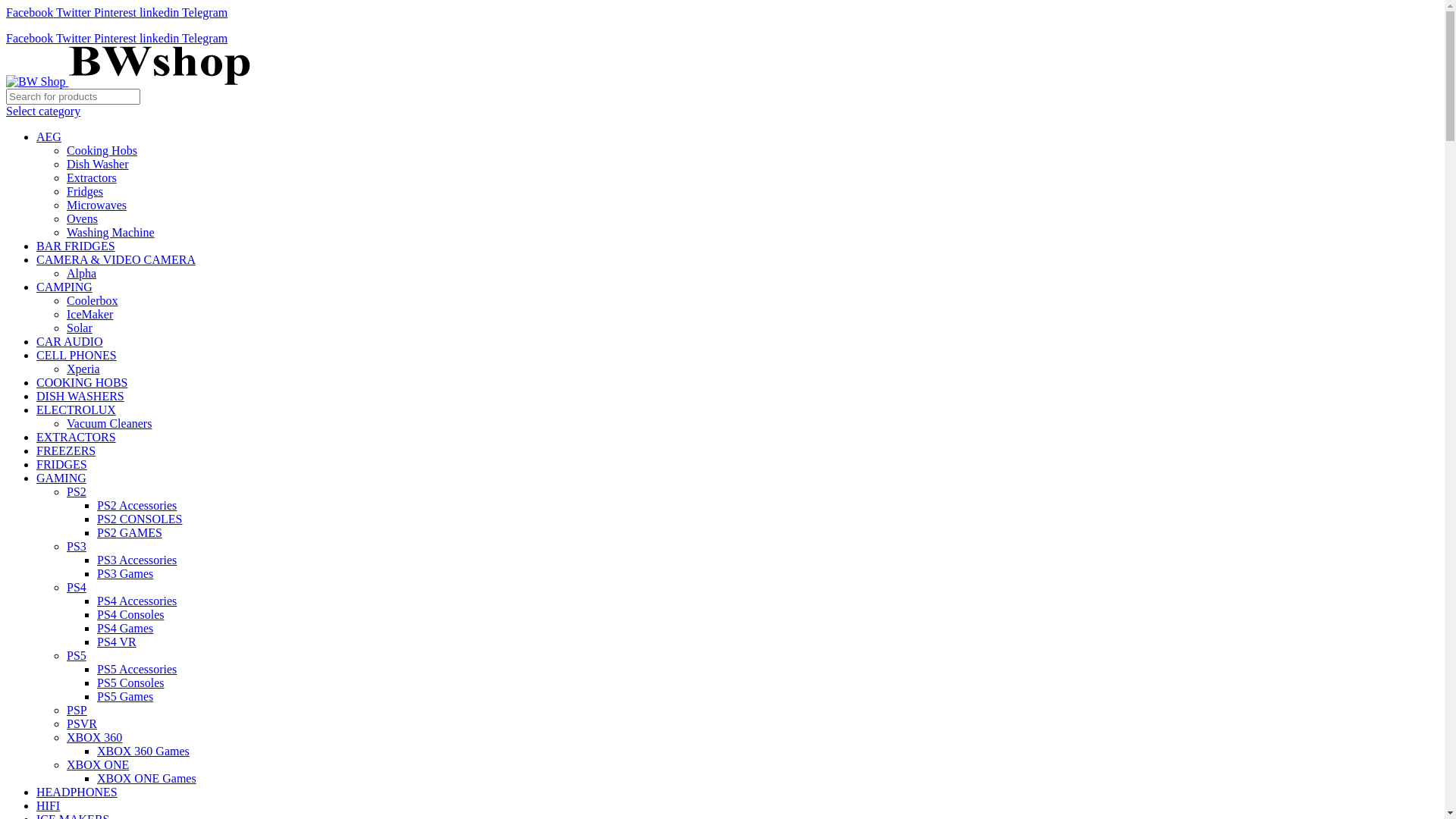  Describe the element at coordinates (124, 573) in the screenshot. I see `'PS3 Games'` at that location.